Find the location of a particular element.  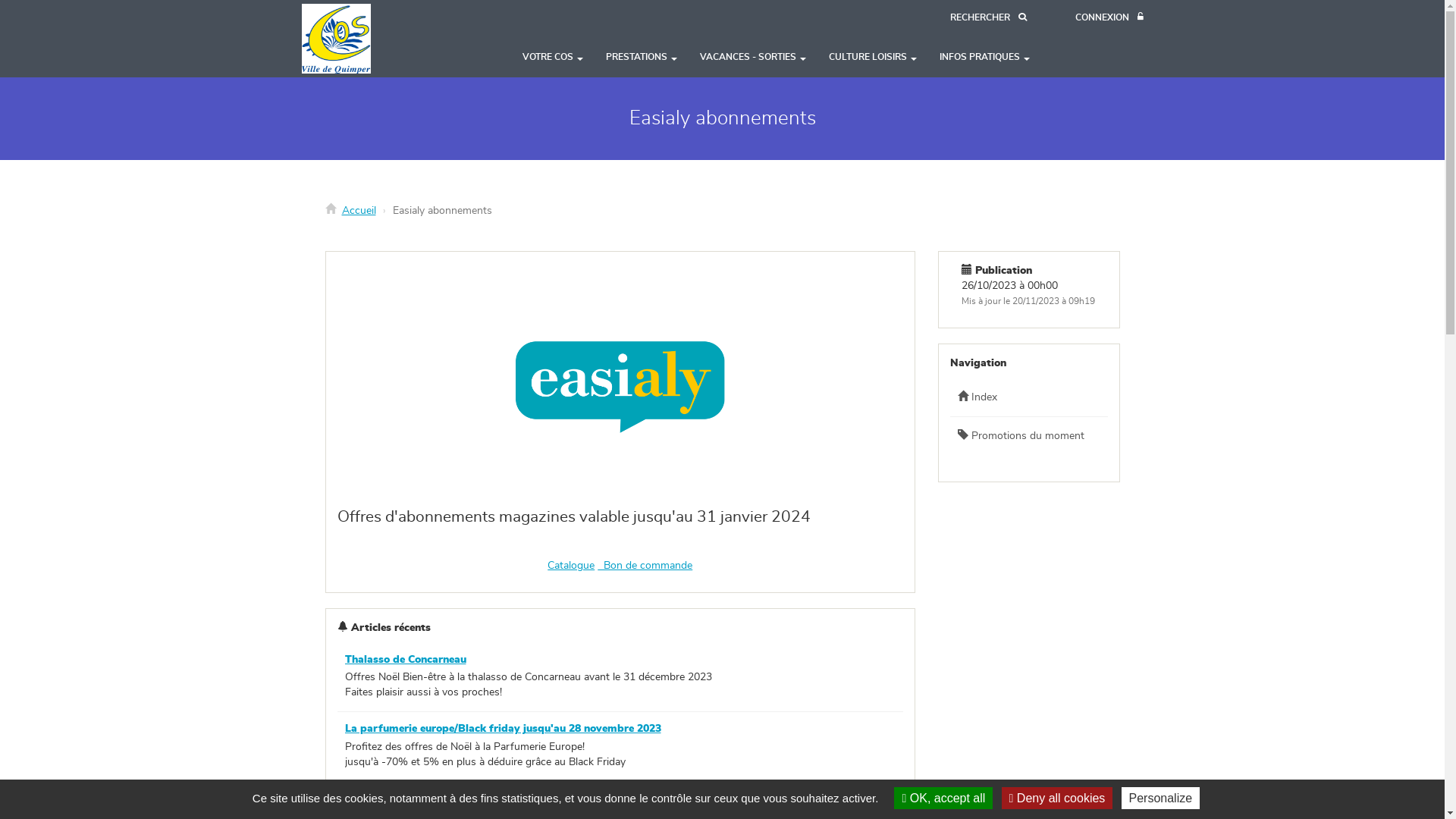

'INFOS PRATIQUES' is located at coordinates (984, 55).